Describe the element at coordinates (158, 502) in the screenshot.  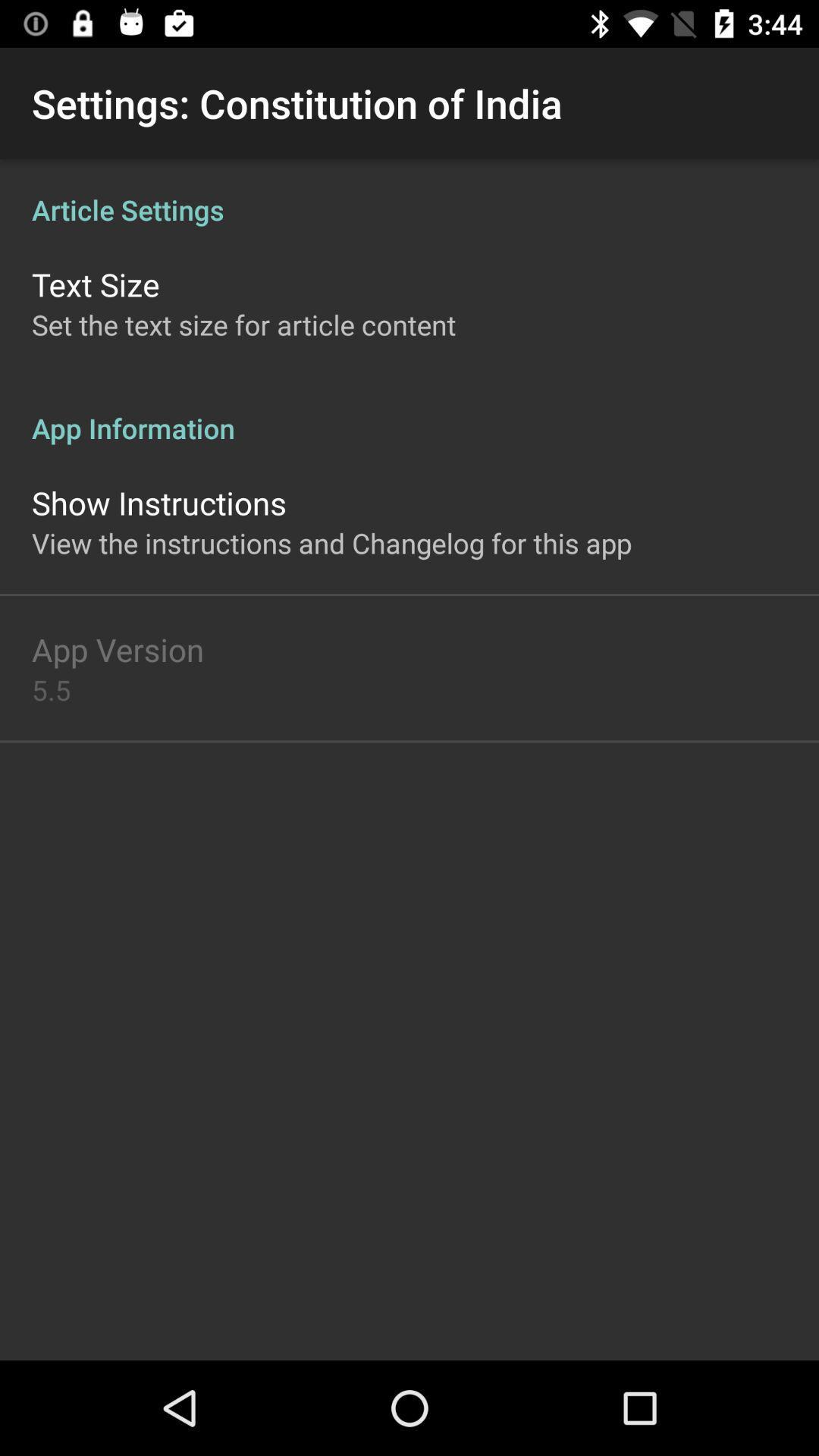
I see `the show instructions item` at that location.